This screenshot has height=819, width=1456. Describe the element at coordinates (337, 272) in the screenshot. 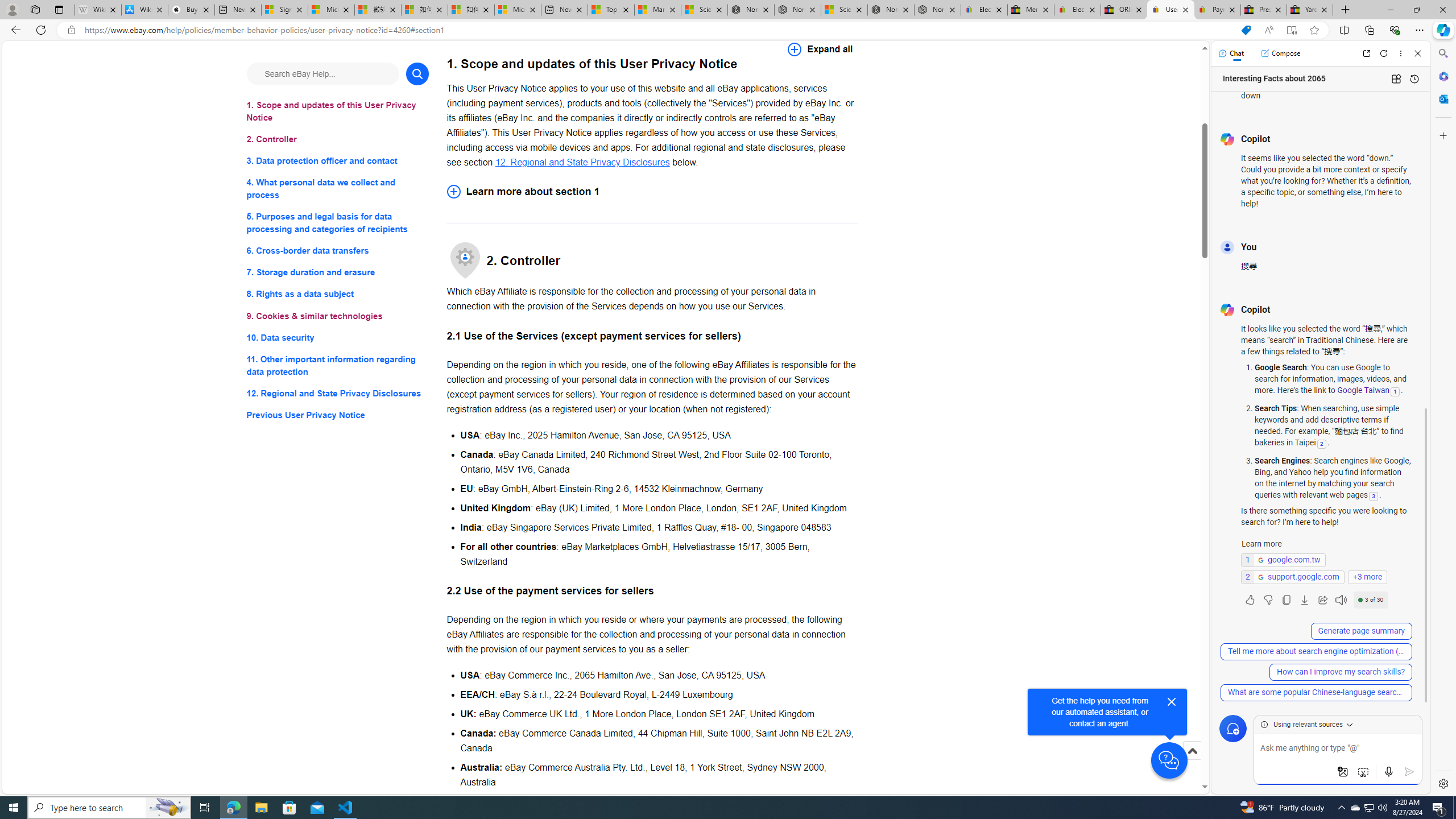

I see `'7. Storage duration and erasure'` at that location.